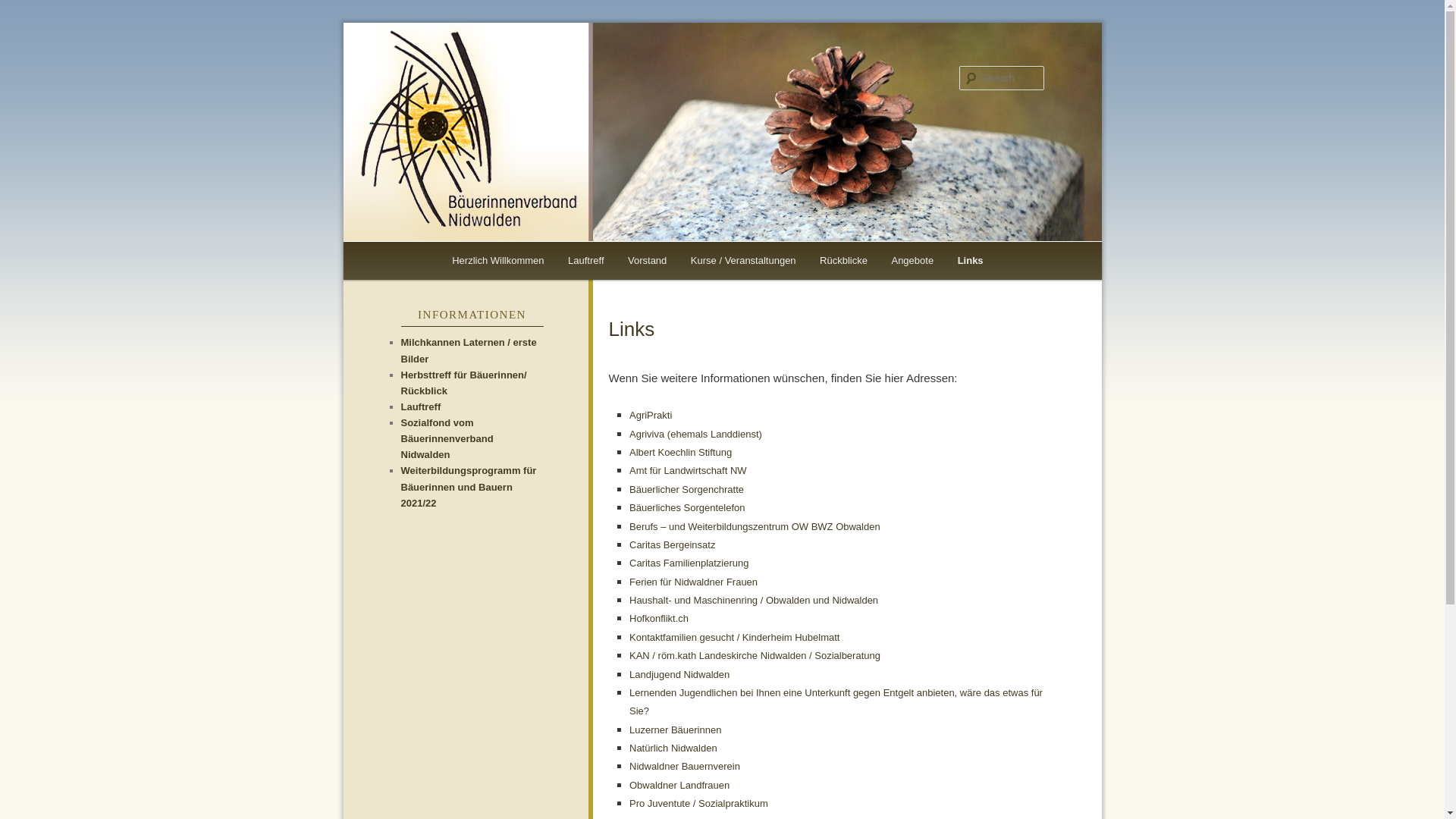  Describe the element at coordinates (651, 415) in the screenshot. I see `'AgriPrakti'` at that location.